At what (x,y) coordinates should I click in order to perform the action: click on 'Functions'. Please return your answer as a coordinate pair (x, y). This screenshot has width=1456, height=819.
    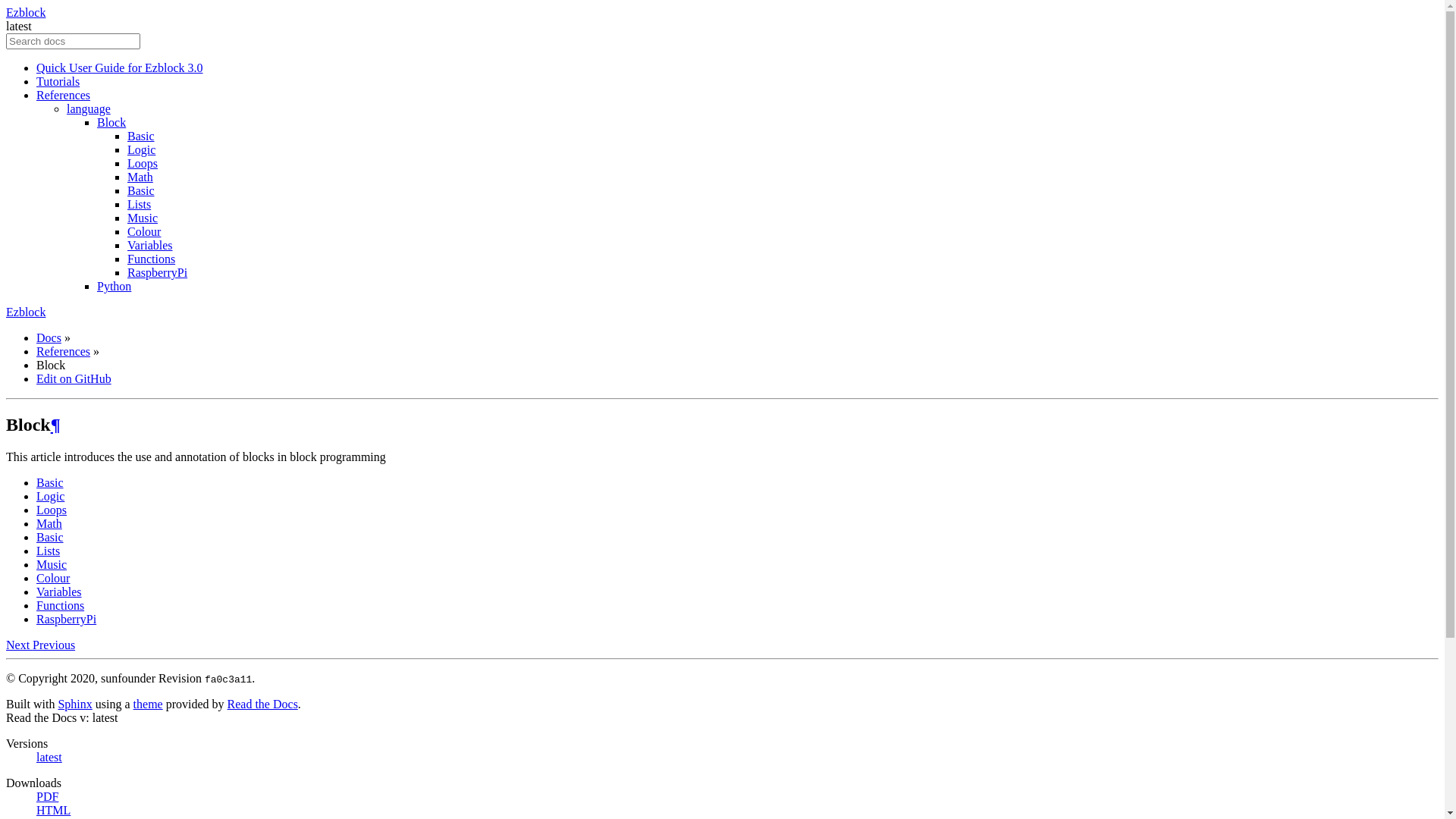
    Looking at the image, I should click on (151, 258).